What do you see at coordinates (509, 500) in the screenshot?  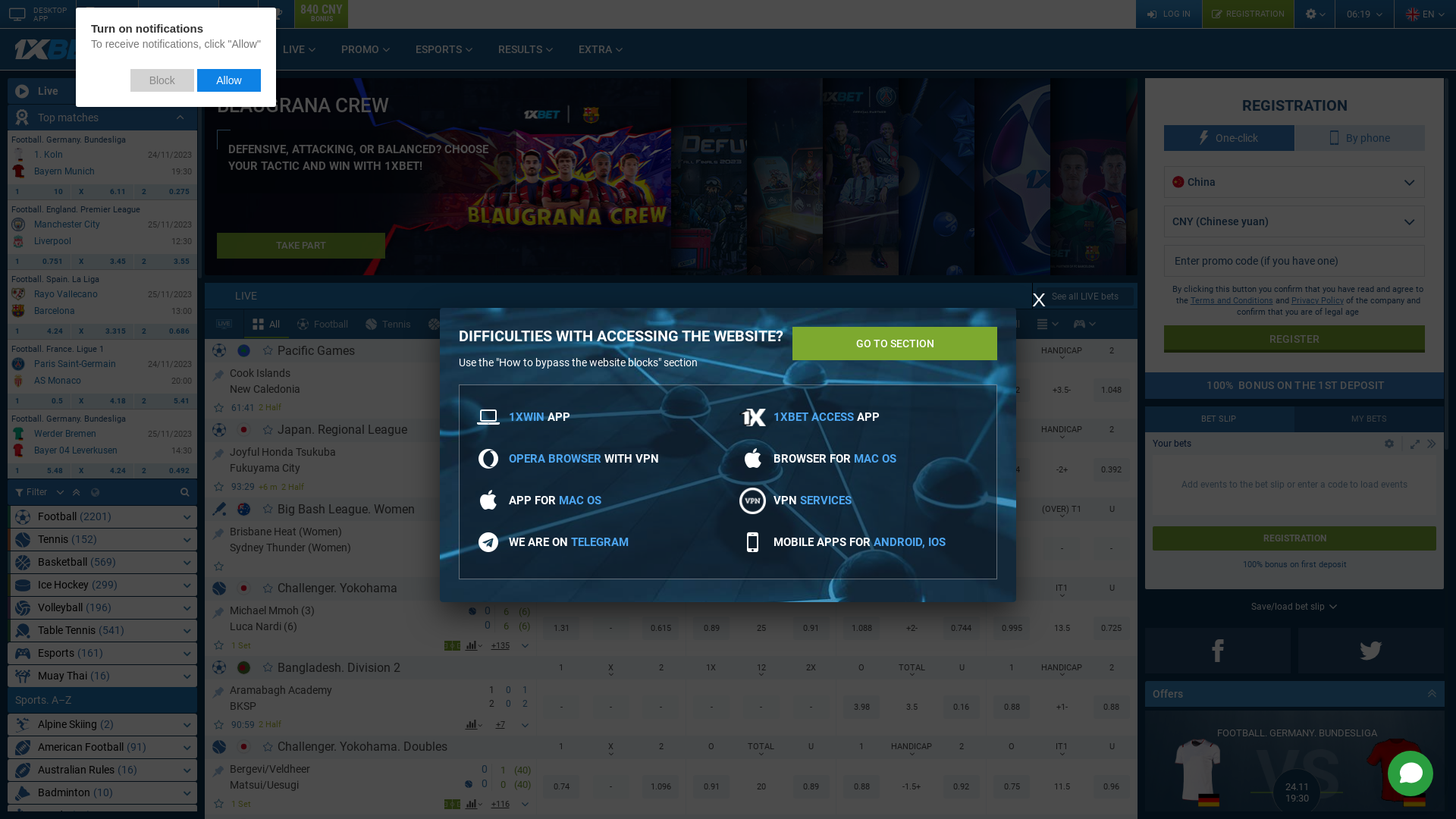 I see `'APP FOR MAC OS'` at bounding box center [509, 500].